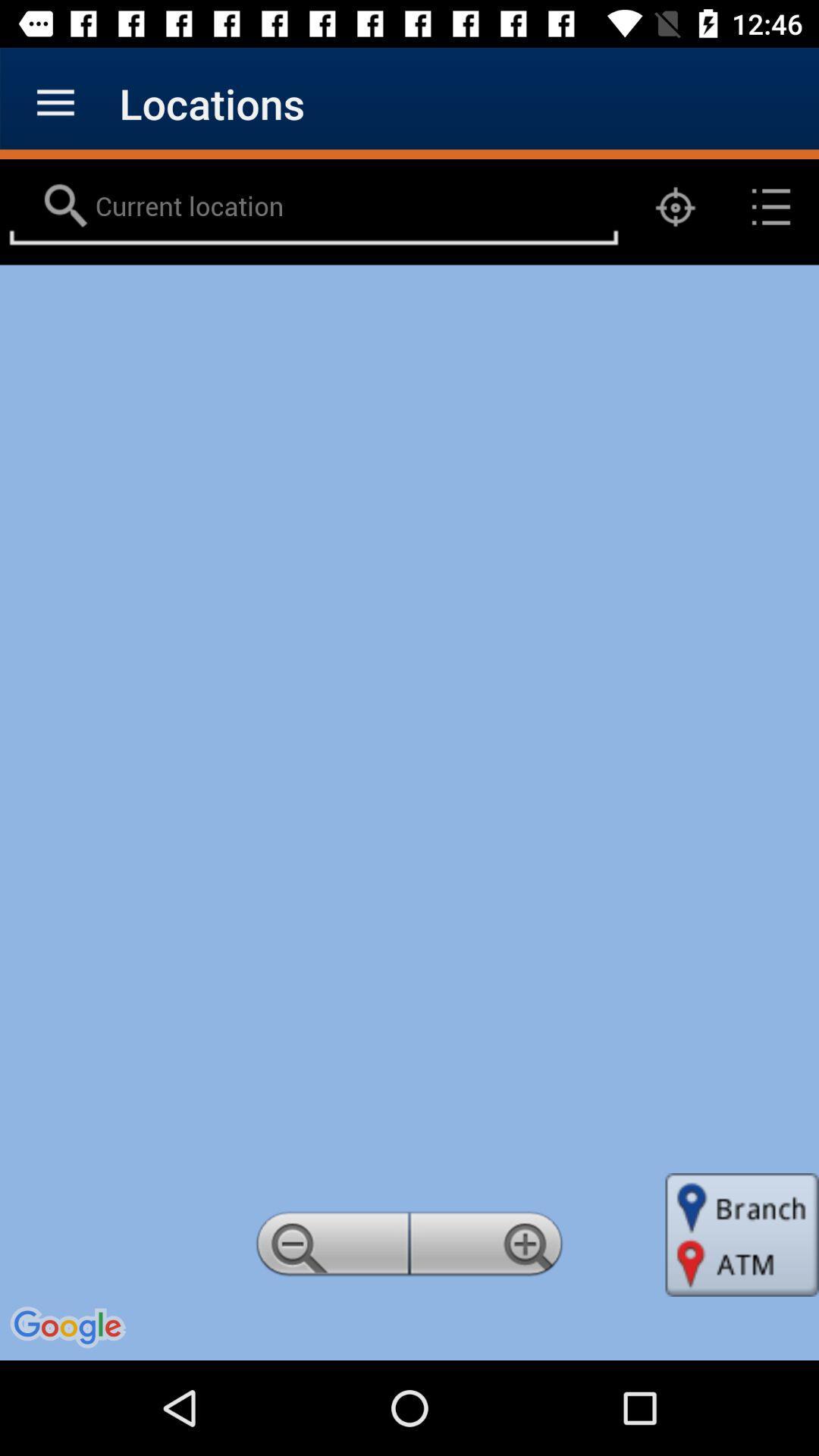 This screenshot has width=819, height=1456. What do you see at coordinates (675, 206) in the screenshot?
I see `the location_crosshair icon` at bounding box center [675, 206].